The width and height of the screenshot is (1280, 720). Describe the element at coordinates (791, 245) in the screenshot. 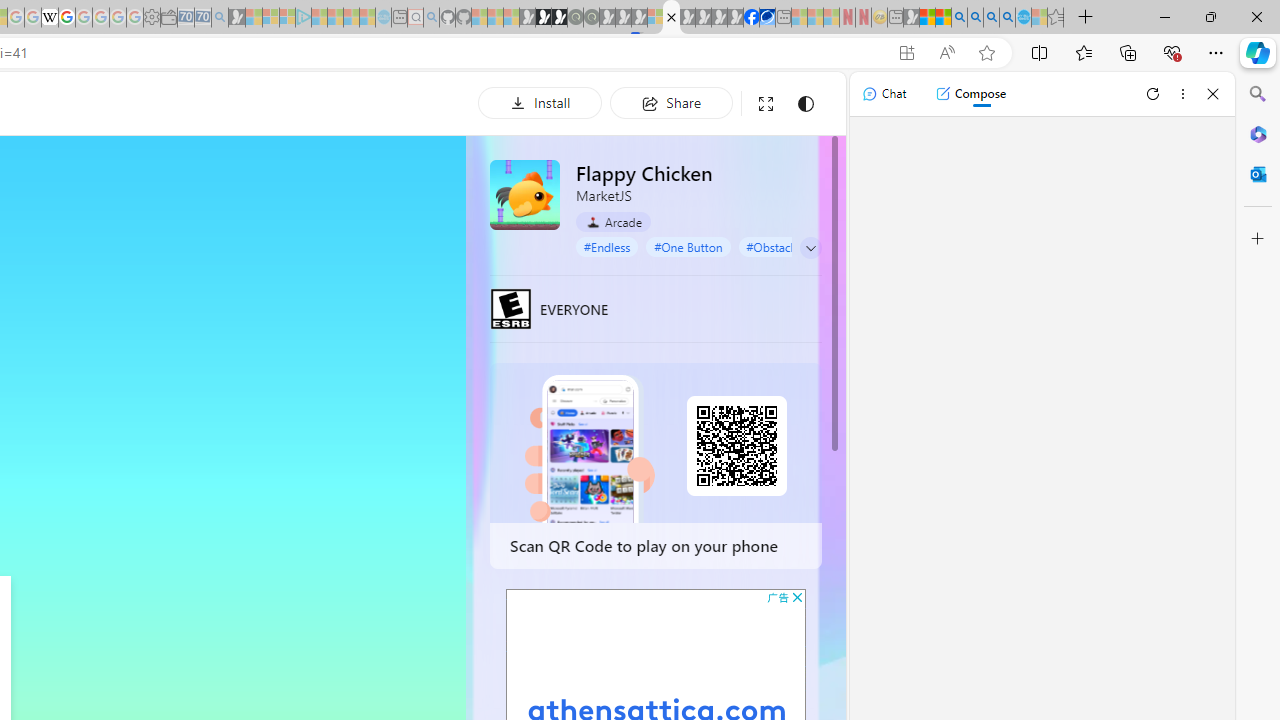

I see `'#Obstacle Course'` at that location.